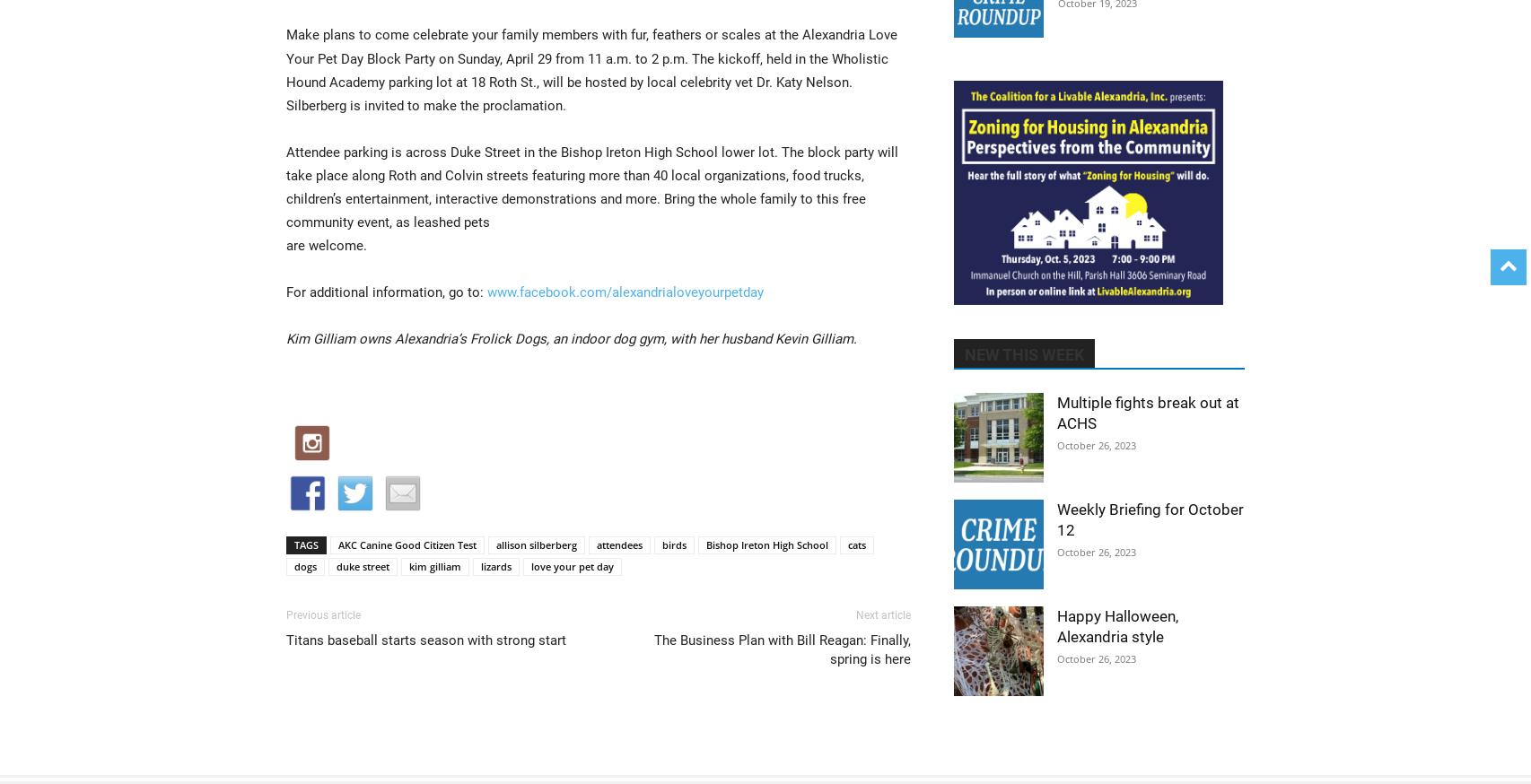 The height and width of the screenshot is (784, 1531). What do you see at coordinates (1024, 354) in the screenshot?
I see `'NEW THIS WEEK'` at bounding box center [1024, 354].